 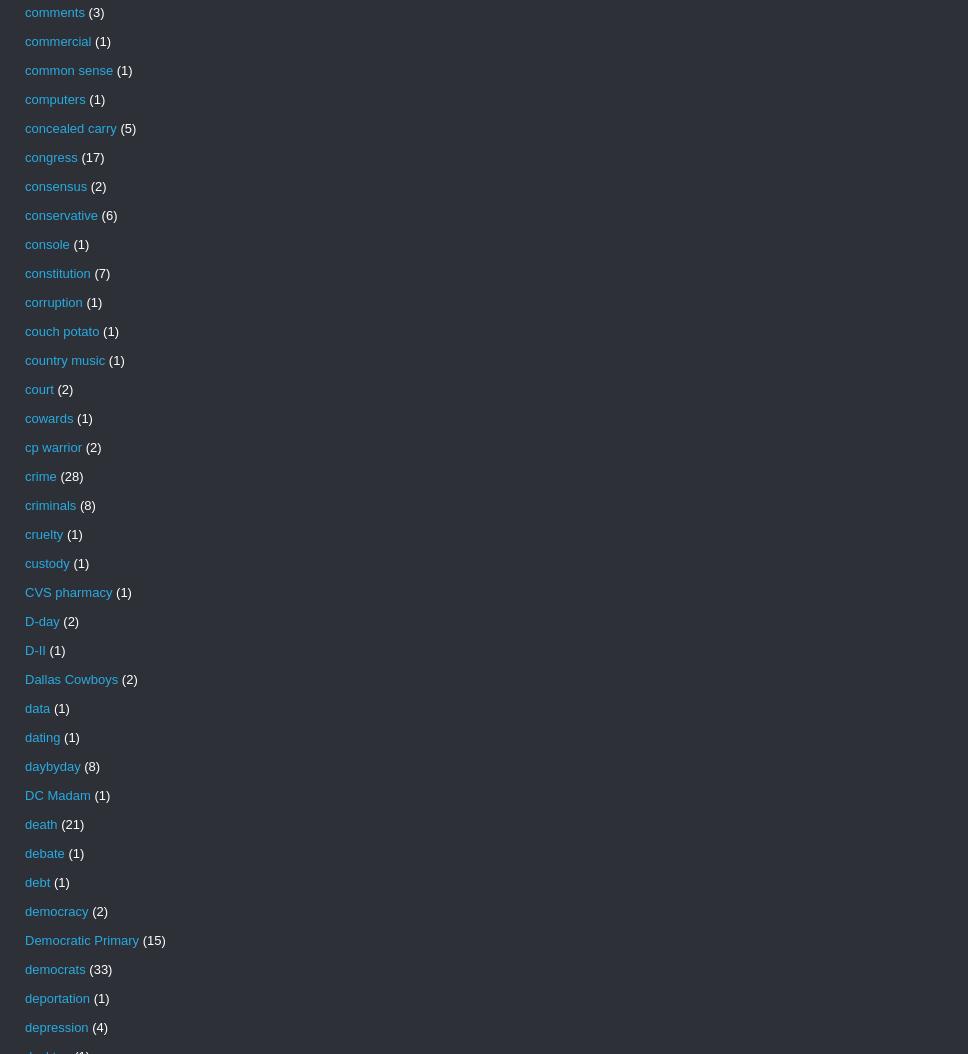 What do you see at coordinates (56, 41) in the screenshot?
I see `'commercial'` at bounding box center [56, 41].